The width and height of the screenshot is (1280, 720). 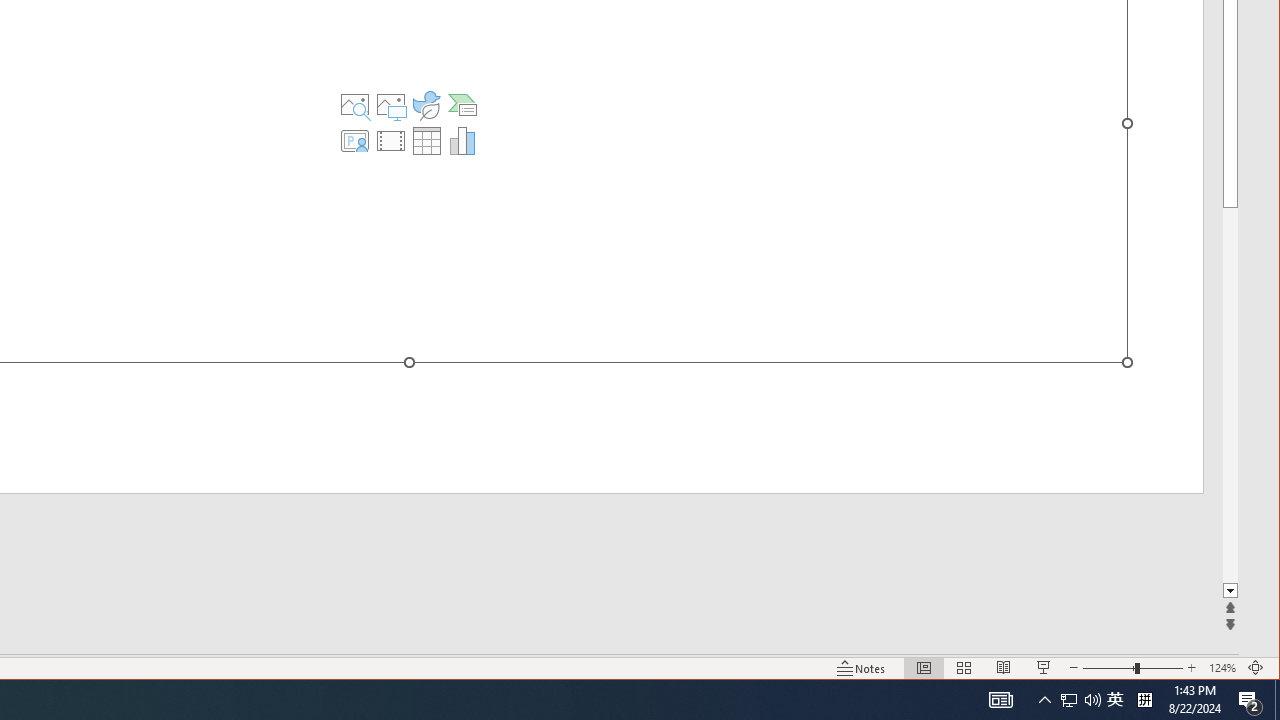 What do you see at coordinates (1044, 698) in the screenshot?
I see `'Notification Chevron'` at bounding box center [1044, 698].